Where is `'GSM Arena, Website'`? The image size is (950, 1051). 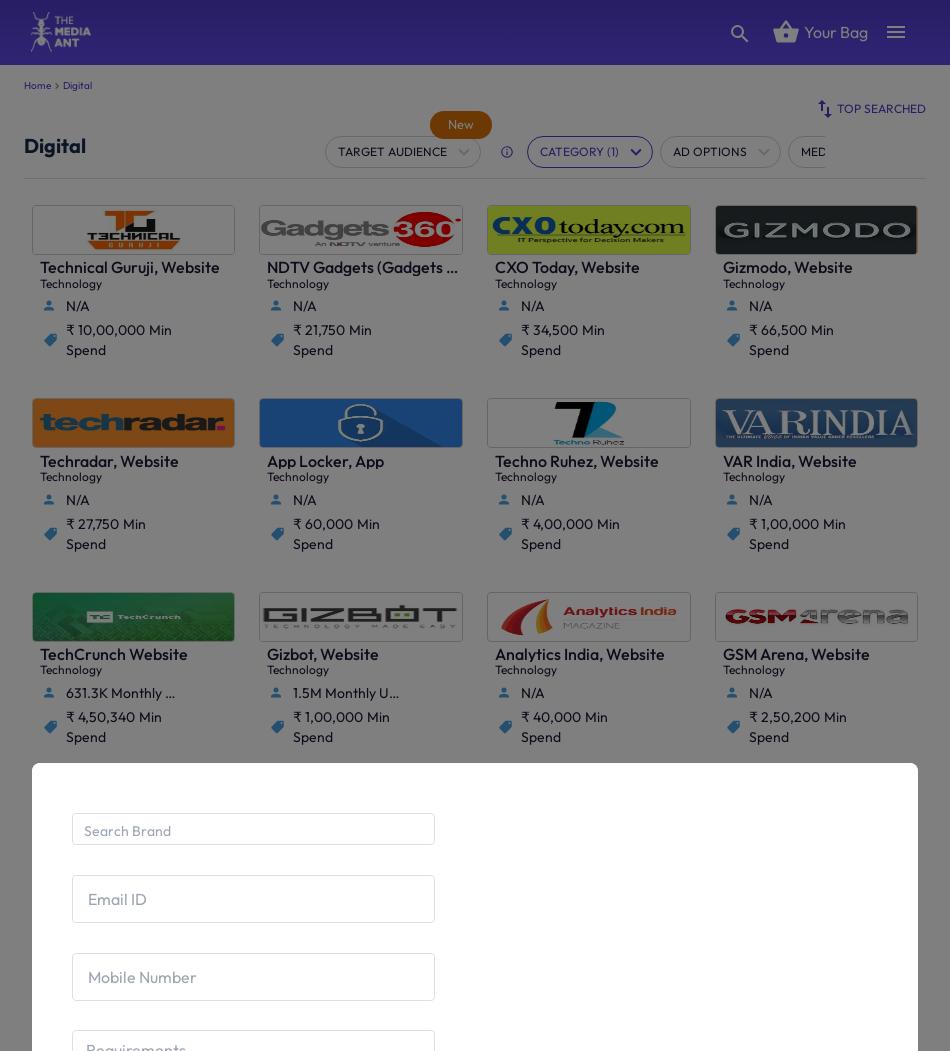 'GSM Arena, Website' is located at coordinates (794, 652).